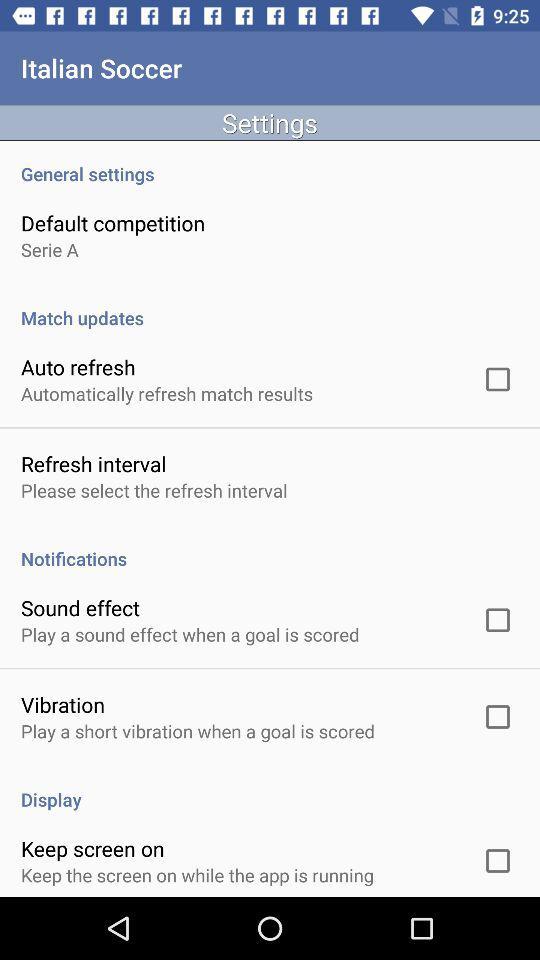 This screenshot has height=960, width=540. Describe the element at coordinates (270, 162) in the screenshot. I see `the general settings` at that location.